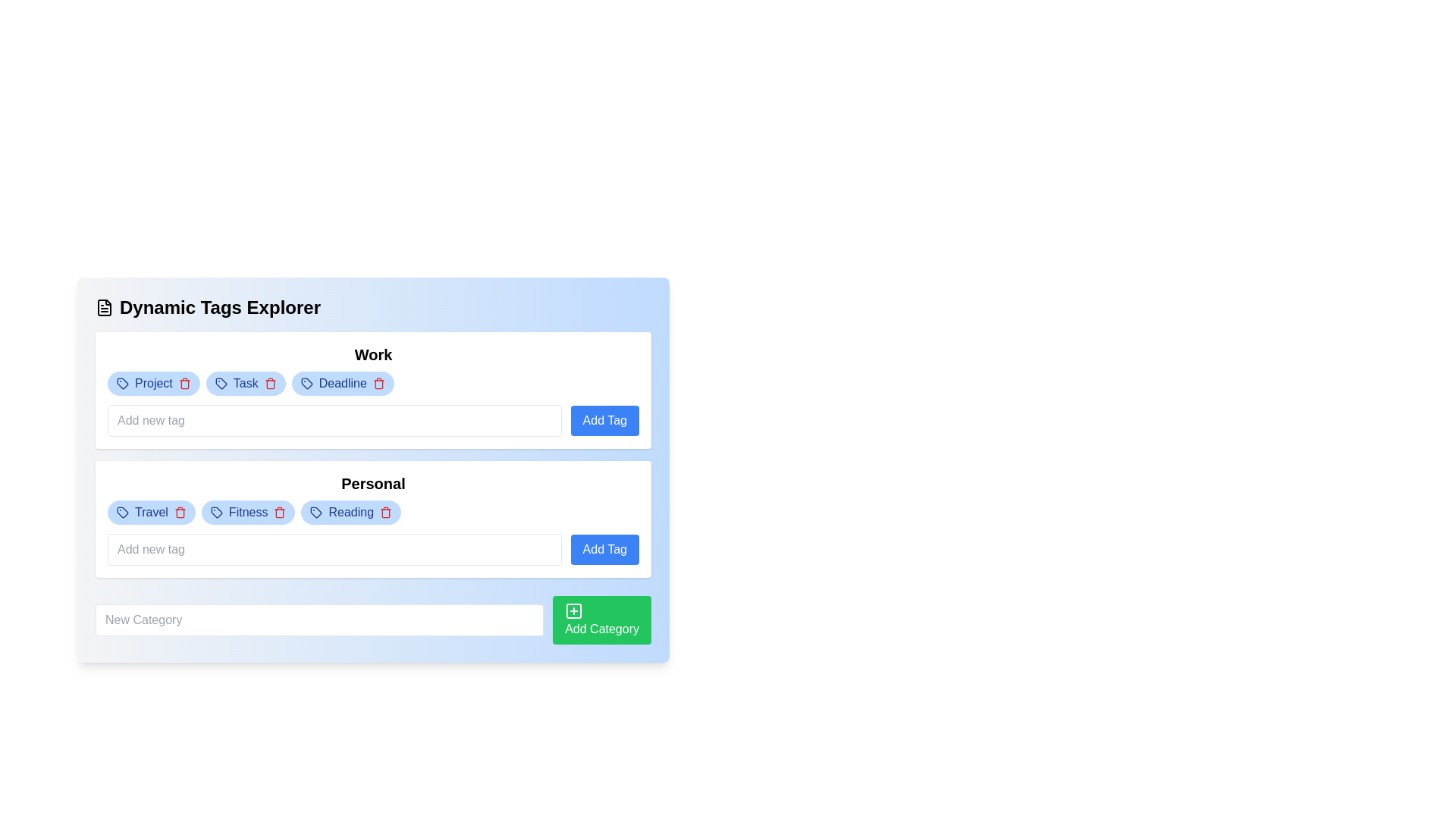 Image resolution: width=1456 pixels, height=819 pixels. I want to click on the pill-shaped tag with a blue background containing the text 'Travel' and a red trash icon, located under the 'Personal' section, so click(151, 512).